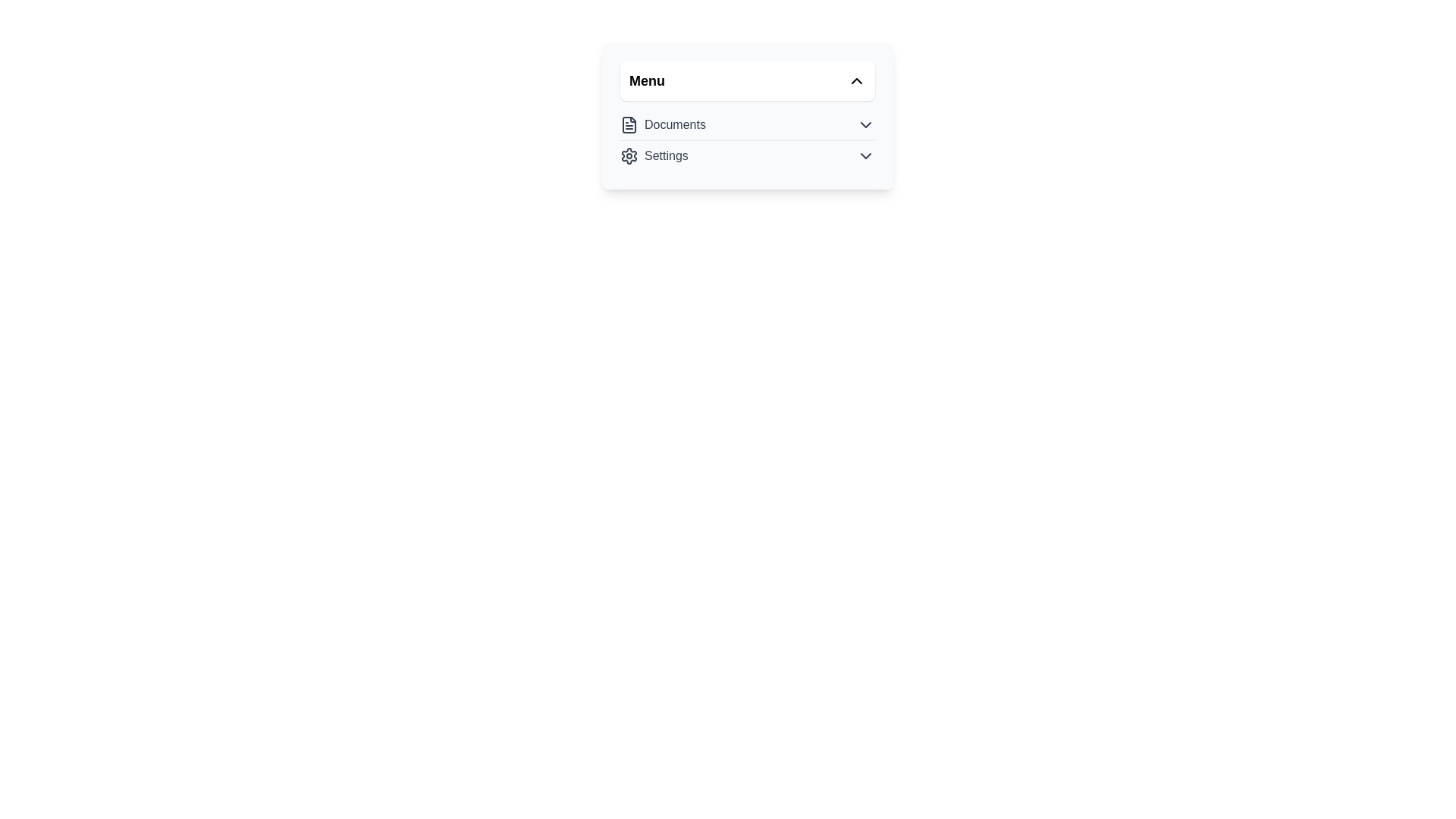  I want to click on the 'Settings' menu item, which features a settings gear icon on the left and the text 'Settings' on the right, so click(654, 155).